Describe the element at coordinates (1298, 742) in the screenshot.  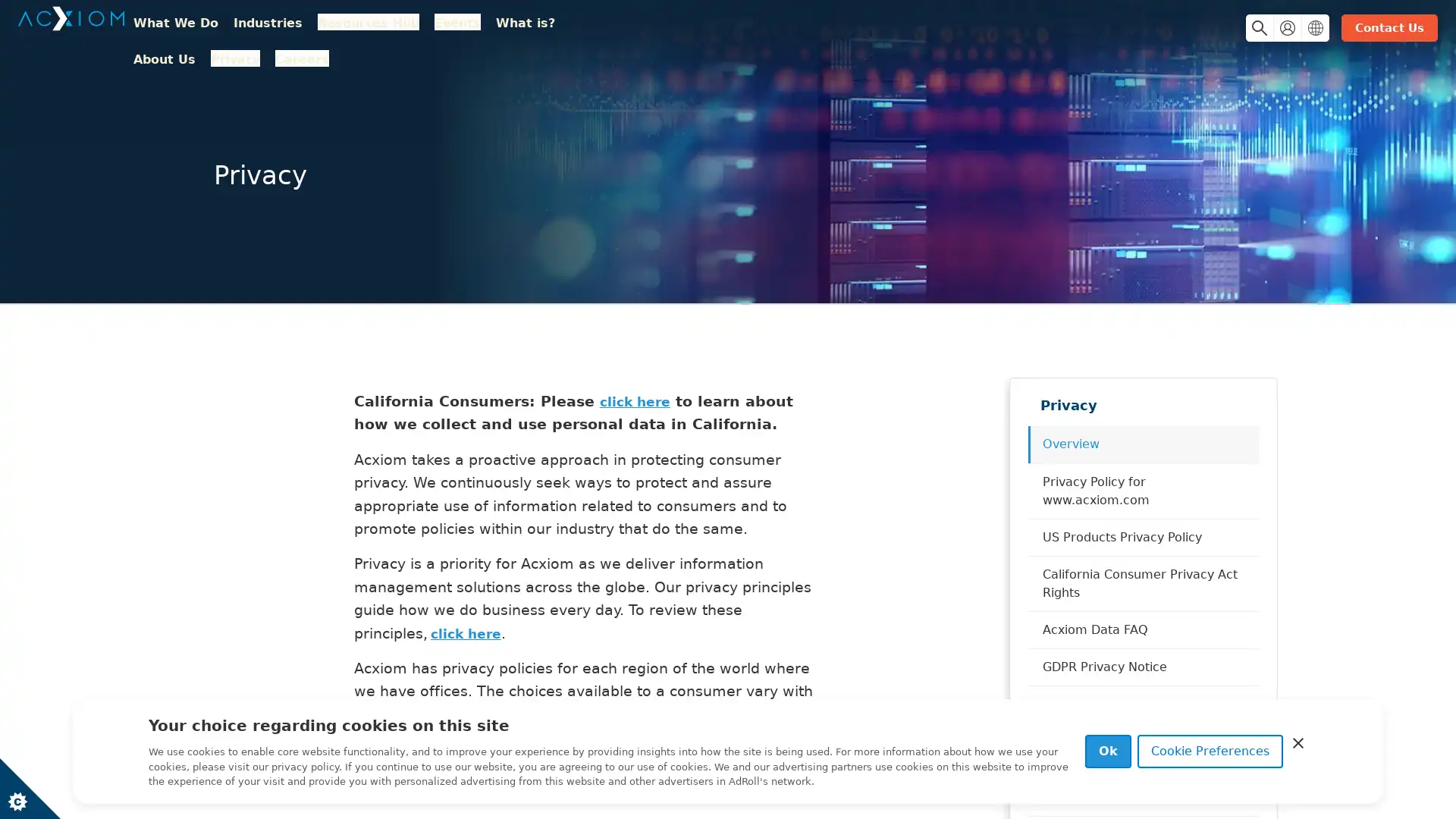
I see `Close` at that location.